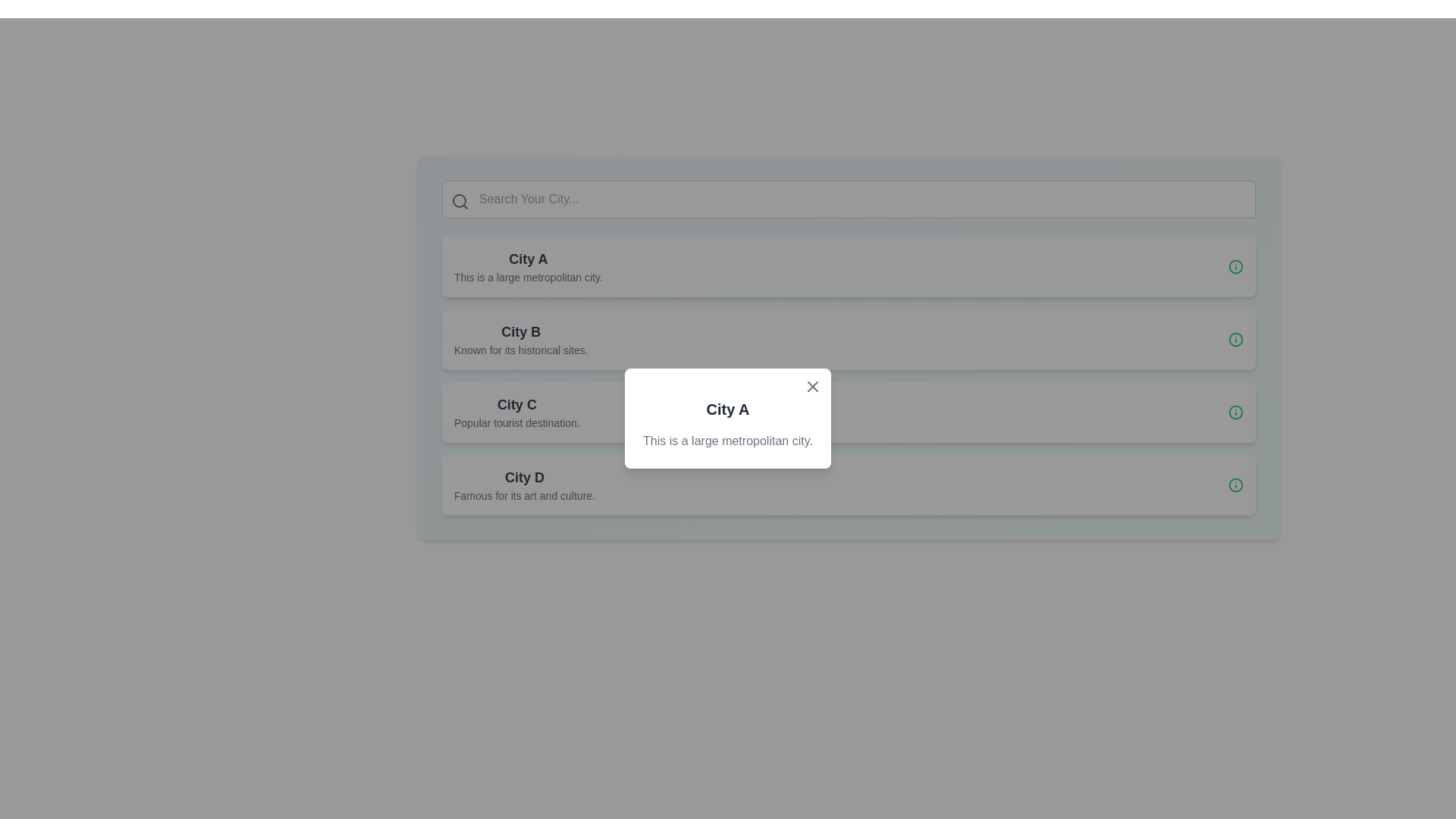  Describe the element at coordinates (516, 403) in the screenshot. I see `the static text label 'City C' which serves as a title to identify the content of the associated block in the vertical list interface` at that location.